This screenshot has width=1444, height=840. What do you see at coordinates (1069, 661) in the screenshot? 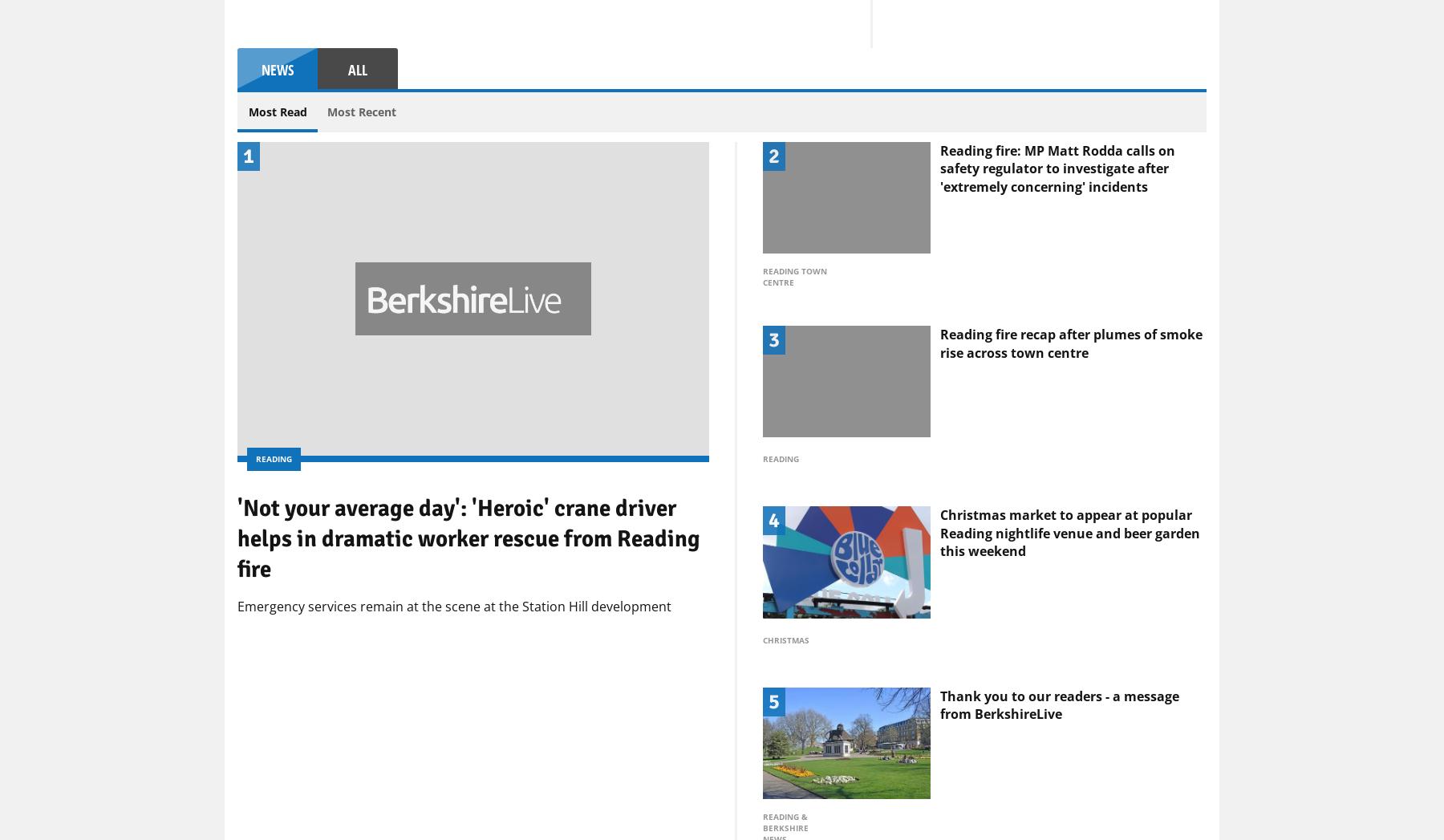
I see `'Christmas market to appear at popular Reading nightlife venue and beer garden this weekend'` at bounding box center [1069, 661].